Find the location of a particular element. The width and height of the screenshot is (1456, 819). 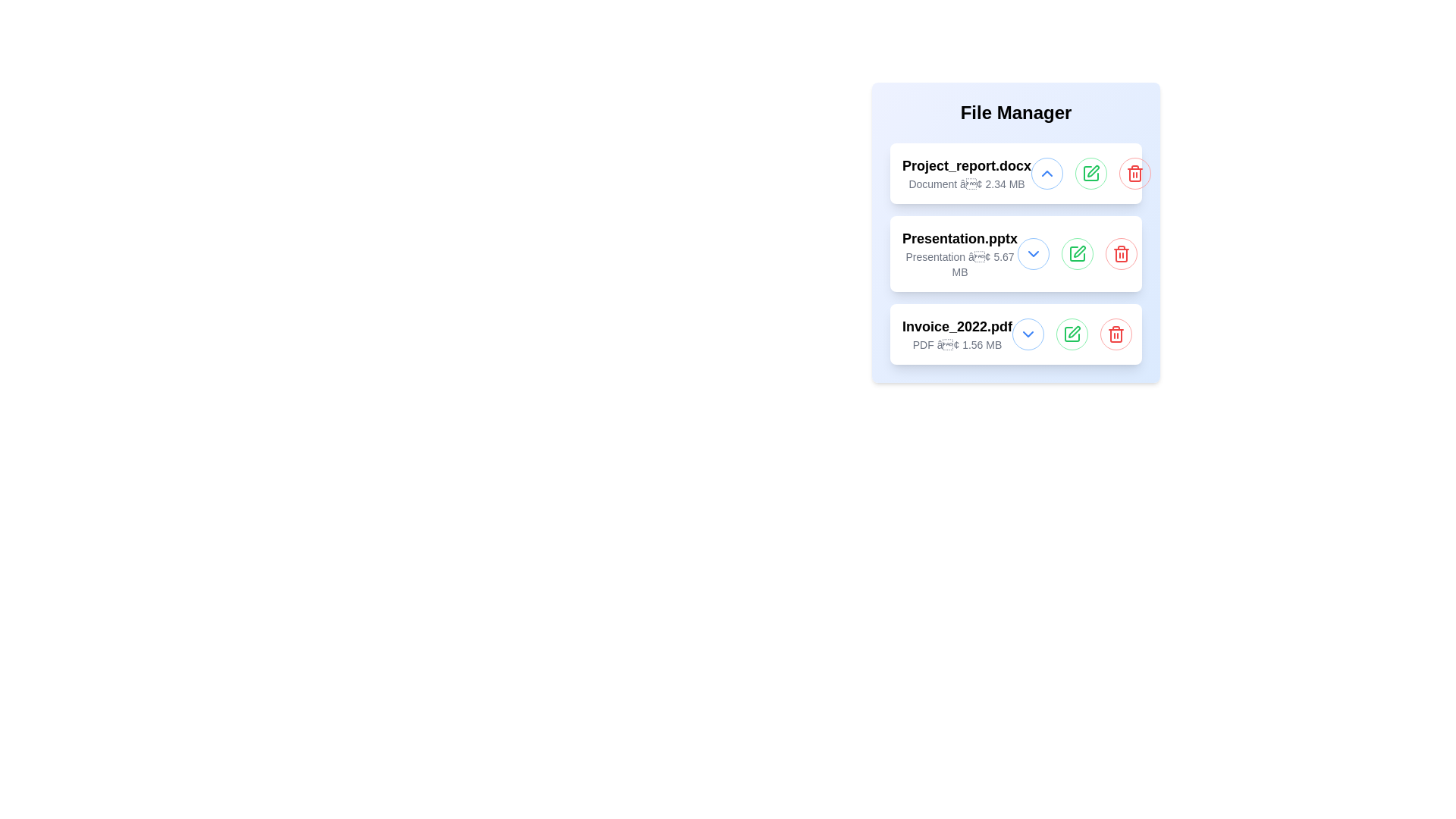

chevron button to toggle the active state of the file Presentation.pptx is located at coordinates (1033, 253).